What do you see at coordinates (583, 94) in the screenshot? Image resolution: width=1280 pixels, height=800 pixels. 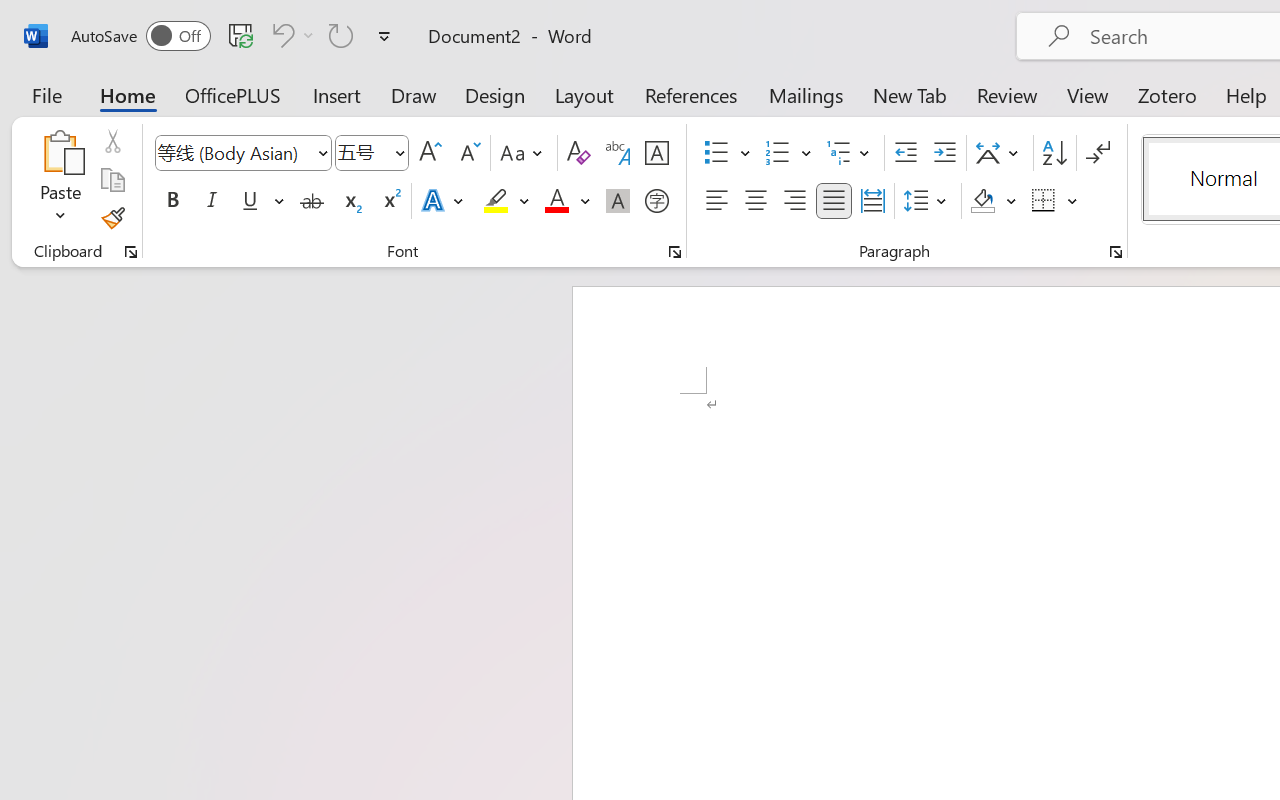 I see `'Layout'` at bounding box center [583, 94].